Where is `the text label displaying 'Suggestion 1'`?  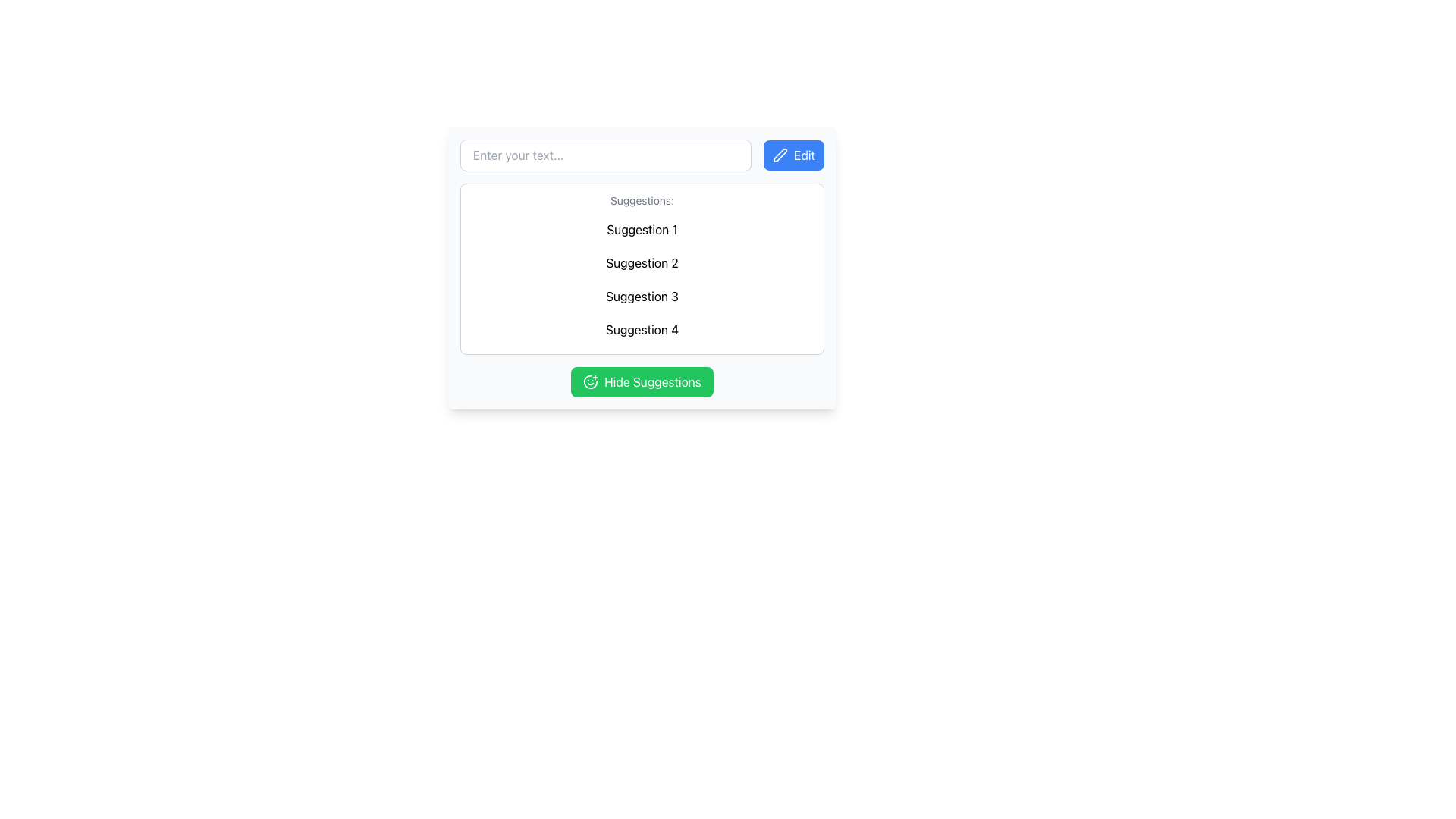 the text label displaying 'Suggestion 1' is located at coordinates (642, 230).